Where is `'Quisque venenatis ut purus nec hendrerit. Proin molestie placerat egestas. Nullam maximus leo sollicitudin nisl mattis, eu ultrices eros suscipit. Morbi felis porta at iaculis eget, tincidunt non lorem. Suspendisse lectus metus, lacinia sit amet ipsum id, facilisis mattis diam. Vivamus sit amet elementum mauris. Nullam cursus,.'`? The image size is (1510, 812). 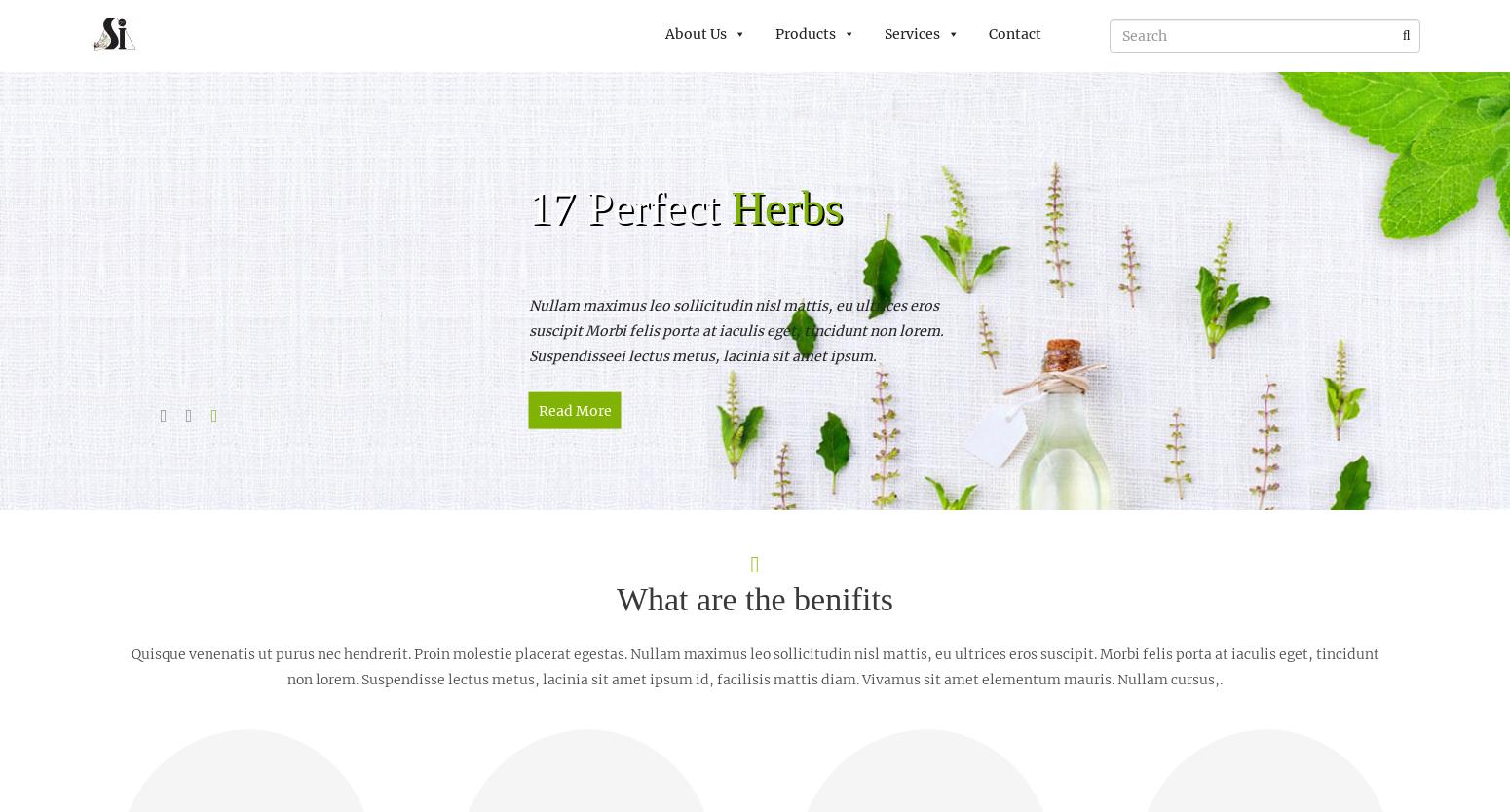 'Quisque venenatis ut purus nec hendrerit. Proin molestie placerat egestas. Nullam maximus leo sollicitudin nisl mattis, eu ultrices eros suscipit. Morbi felis porta at iaculis eget, tincidunt non lorem. Suspendisse lectus metus, lacinia sit amet ipsum id, facilisis mattis diam. Vivamus sit amet elementum mauris. Nullam cursus,.' is located at coordinates (754, 665).